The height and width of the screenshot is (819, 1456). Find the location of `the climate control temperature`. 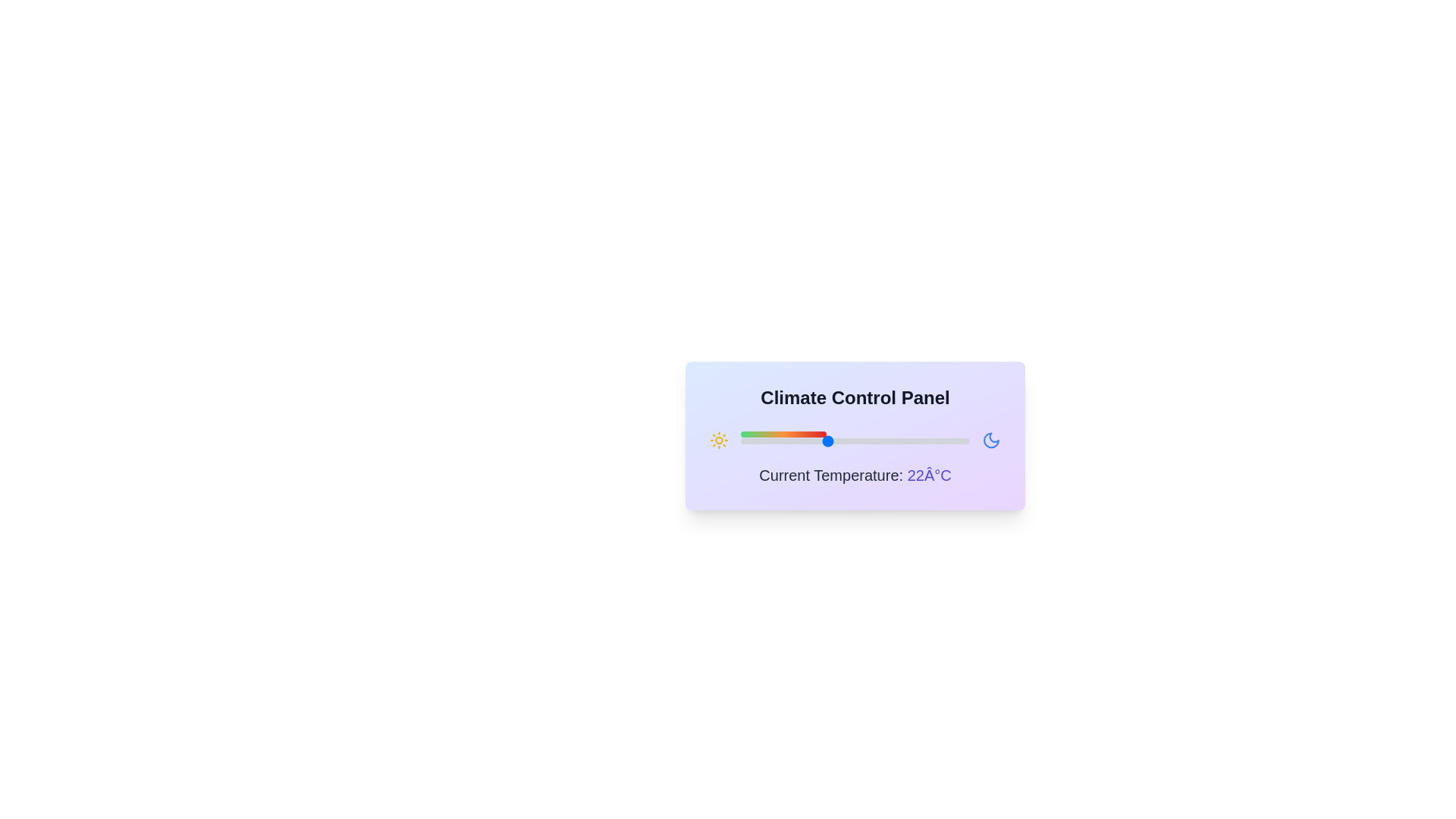

the climate control temperature is located at coordinates (826, 441).